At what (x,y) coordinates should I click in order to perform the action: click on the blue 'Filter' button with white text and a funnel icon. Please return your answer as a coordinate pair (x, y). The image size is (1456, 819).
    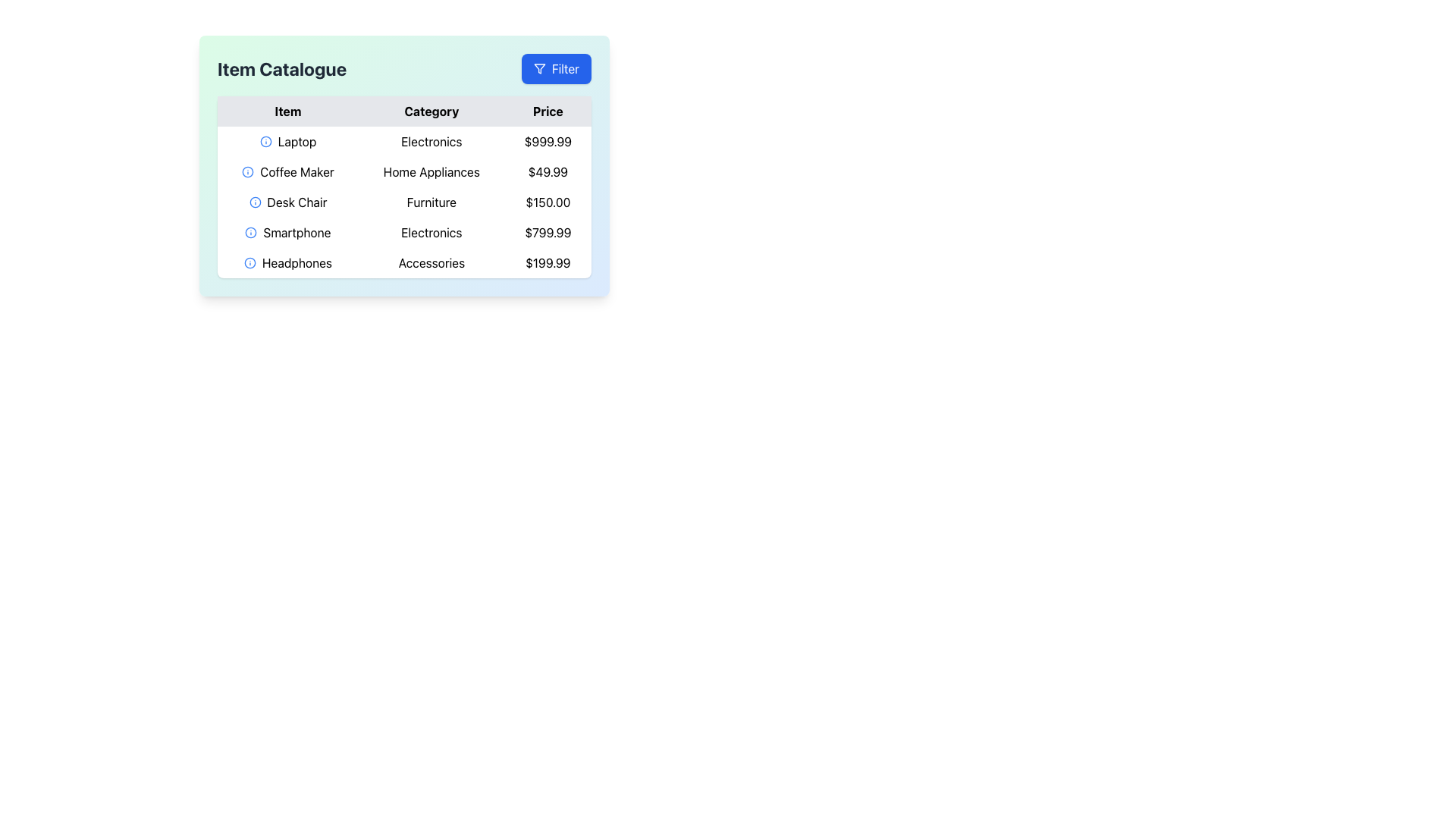
    Looking at the image, I should click on (555, 69).